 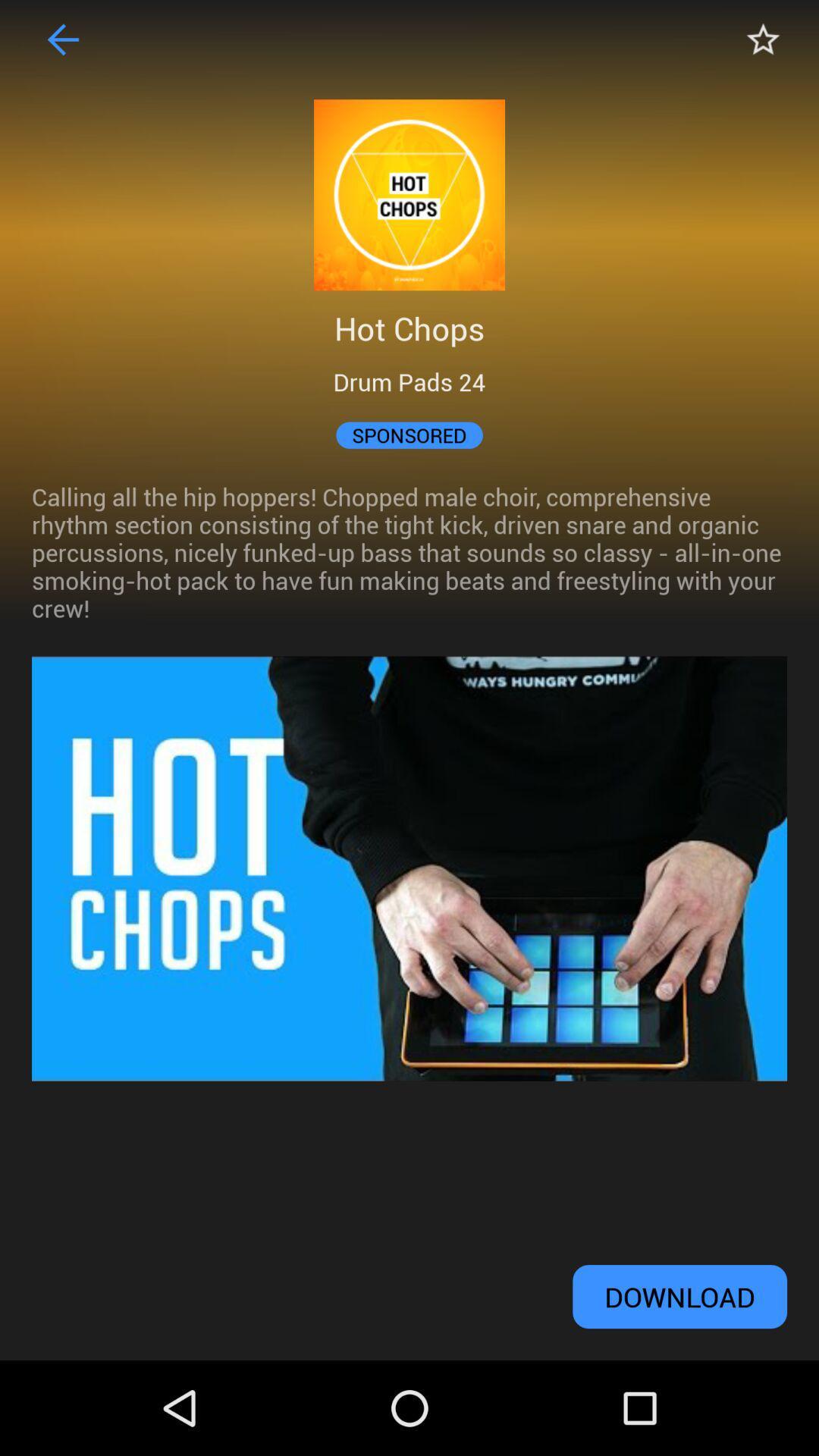 What do you see at coordinates (63, 42) in the screenshot?
I see `the arrow_backward icon` at bounding box center [63, 42].